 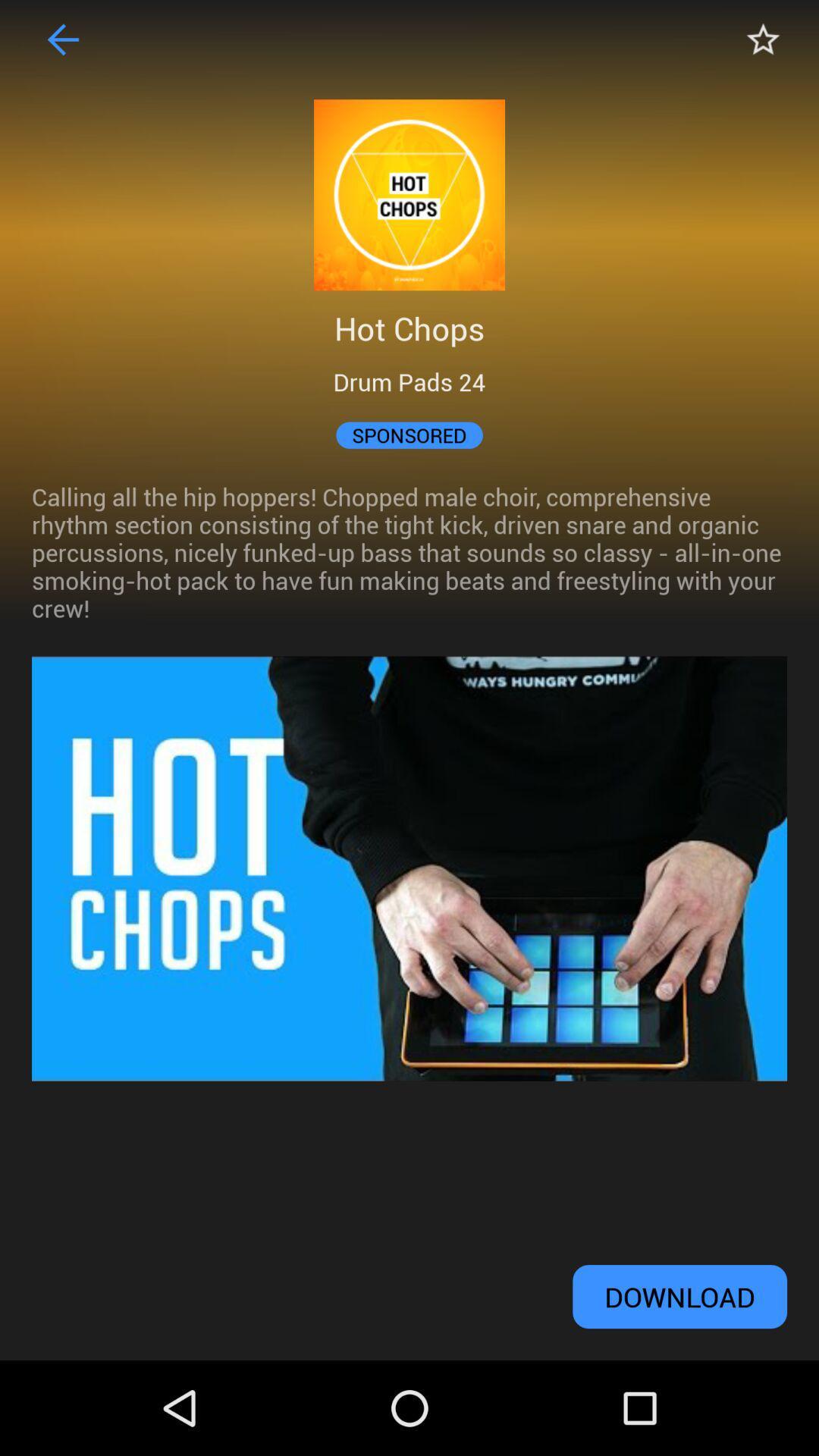 What do you see at coordinates (63, 42) in the screenshot?
I see `the arrow_backward icon` at bounding box center [63, 42].